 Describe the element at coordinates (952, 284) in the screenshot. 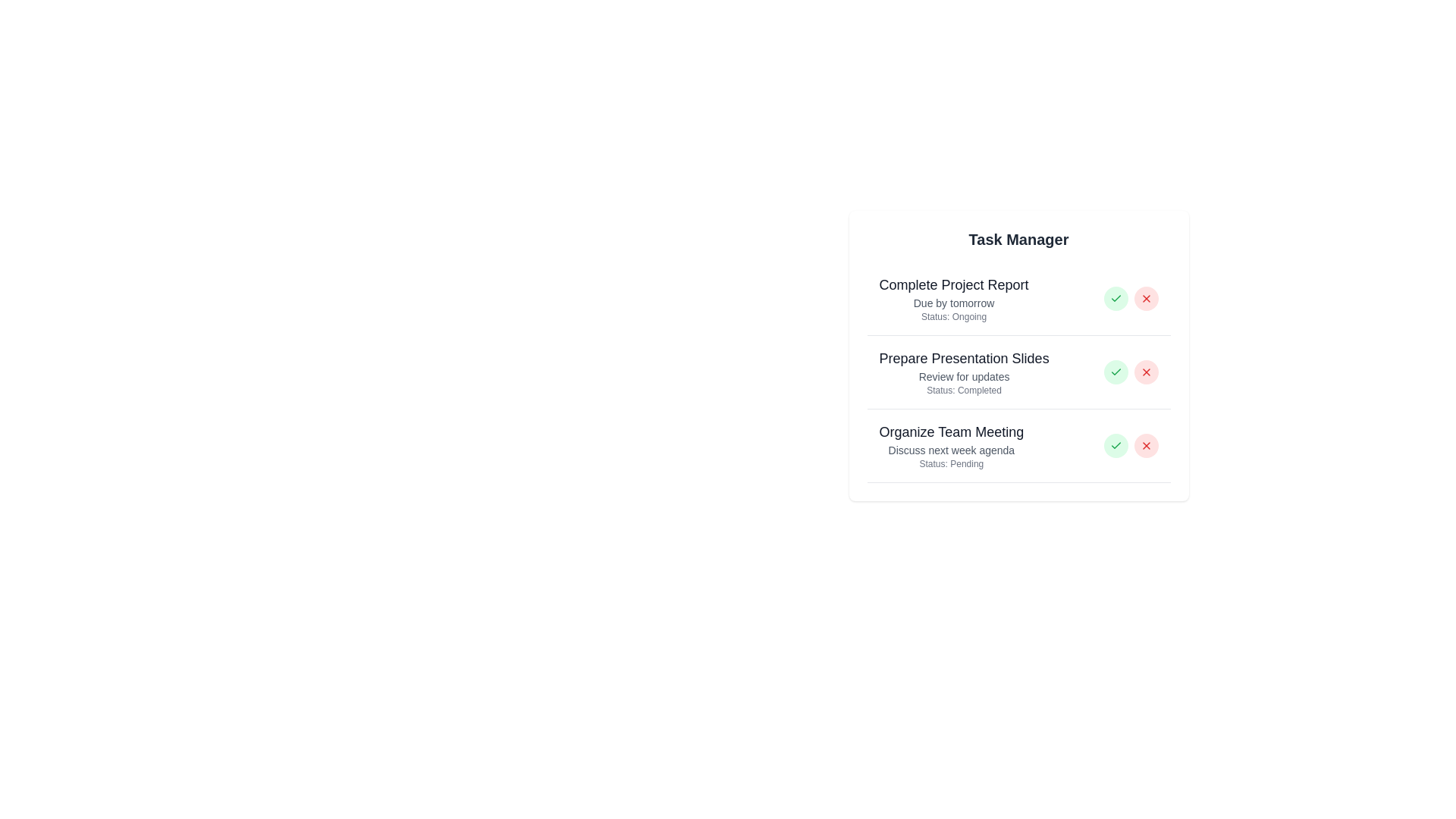

I see `the text label that describes the task item in the task management list, located at the top-left corner above 'Due by tomorrow' and 'Status: ongoing'` at that location.